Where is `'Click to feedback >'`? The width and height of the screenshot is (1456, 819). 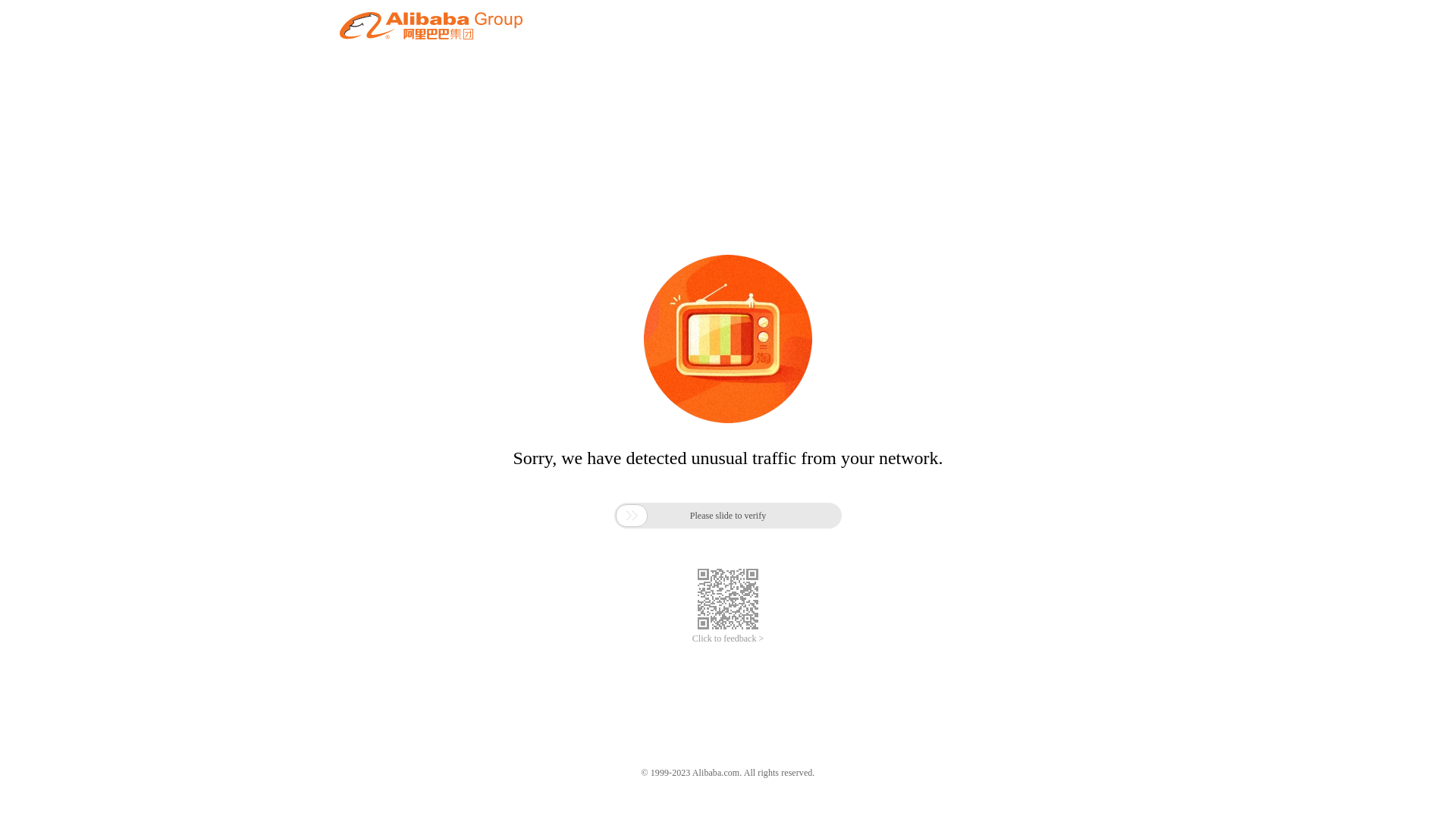
'Click to feedback >' is located at coordinates (728, 639).